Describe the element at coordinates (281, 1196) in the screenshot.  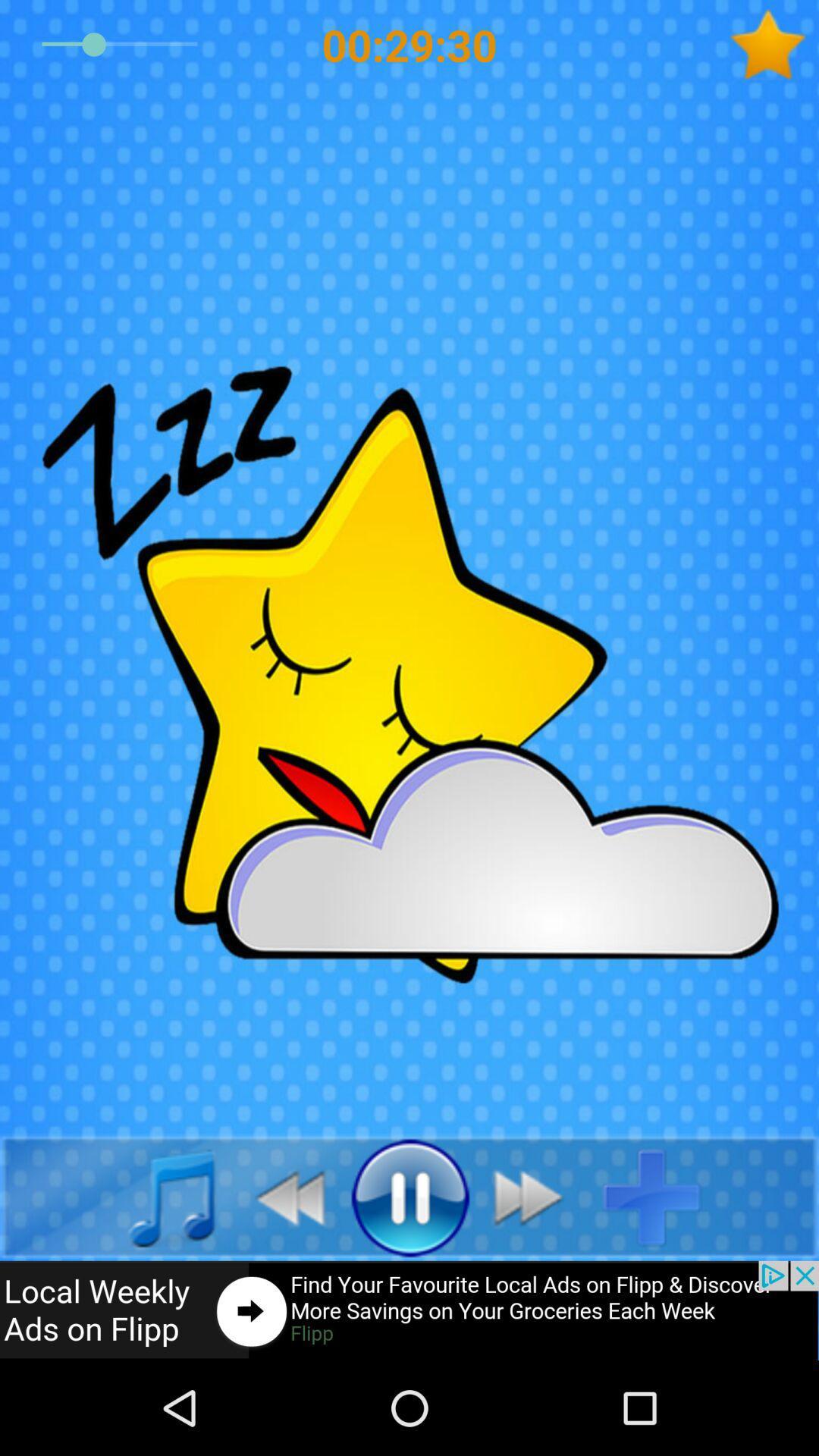
I see `previous option` at that location.